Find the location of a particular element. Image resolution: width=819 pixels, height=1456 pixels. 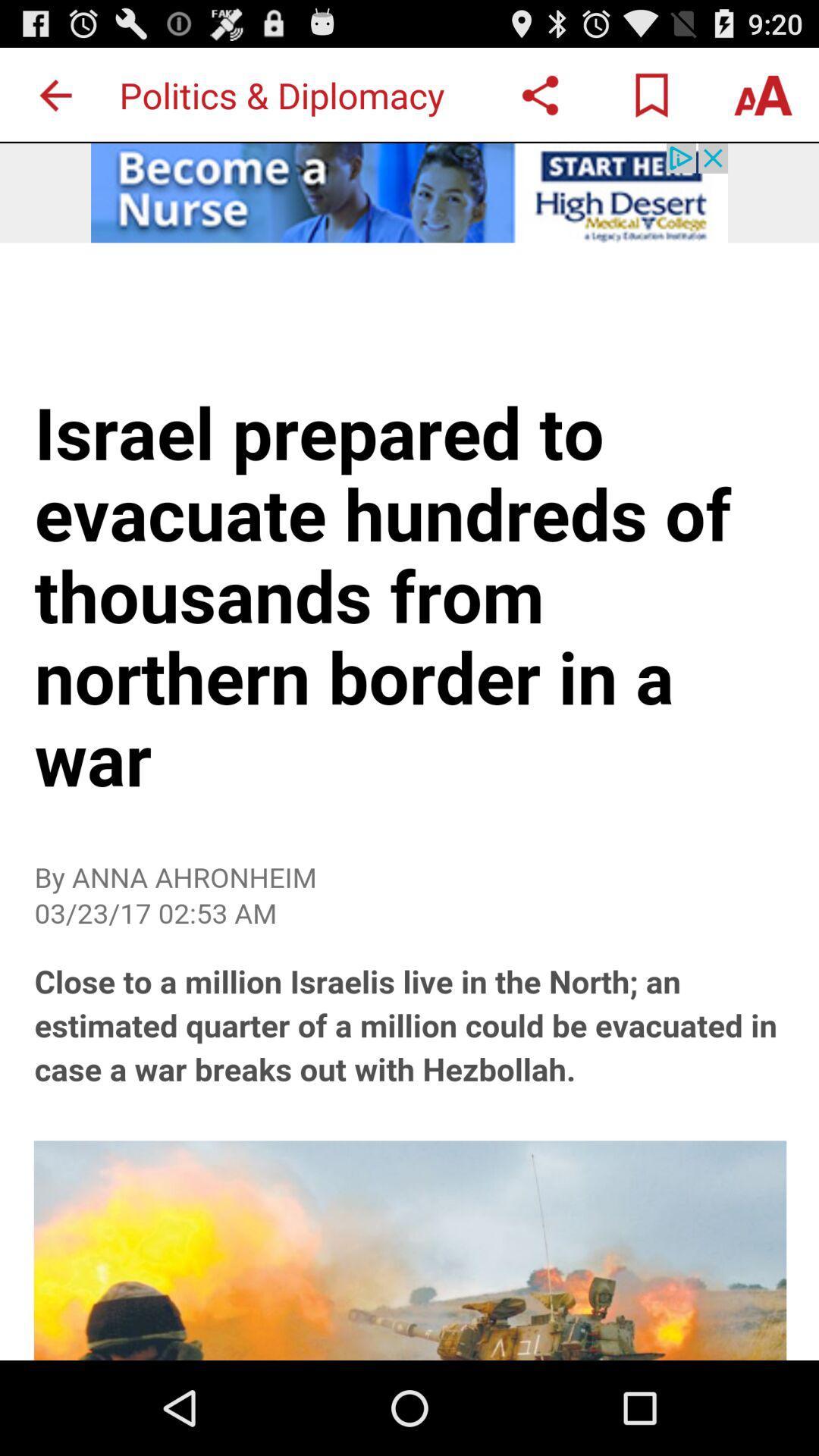

the article is located at coordinates (409, 849).